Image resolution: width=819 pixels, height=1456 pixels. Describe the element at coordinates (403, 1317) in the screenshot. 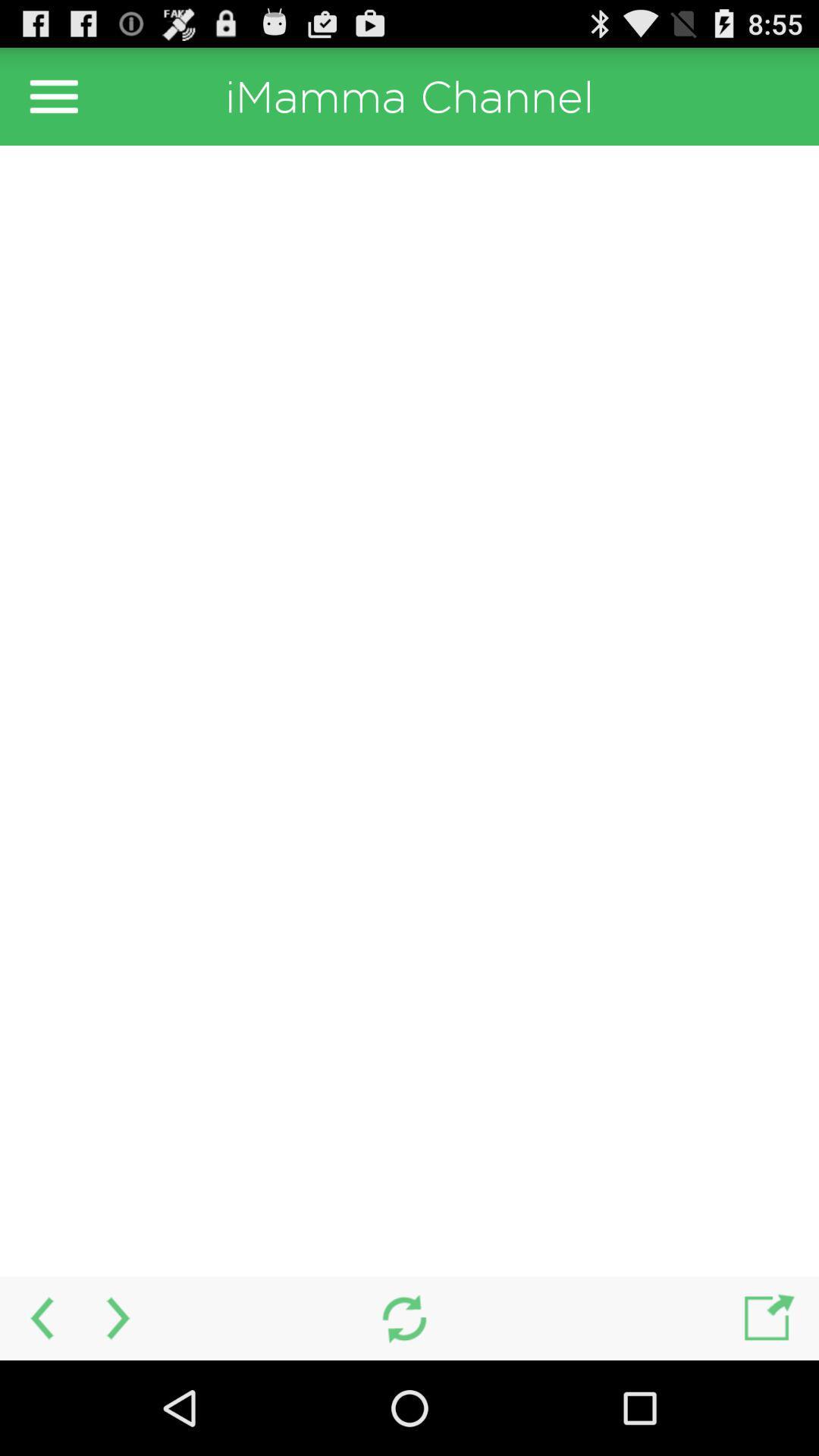

I see `reload the window` at that location.